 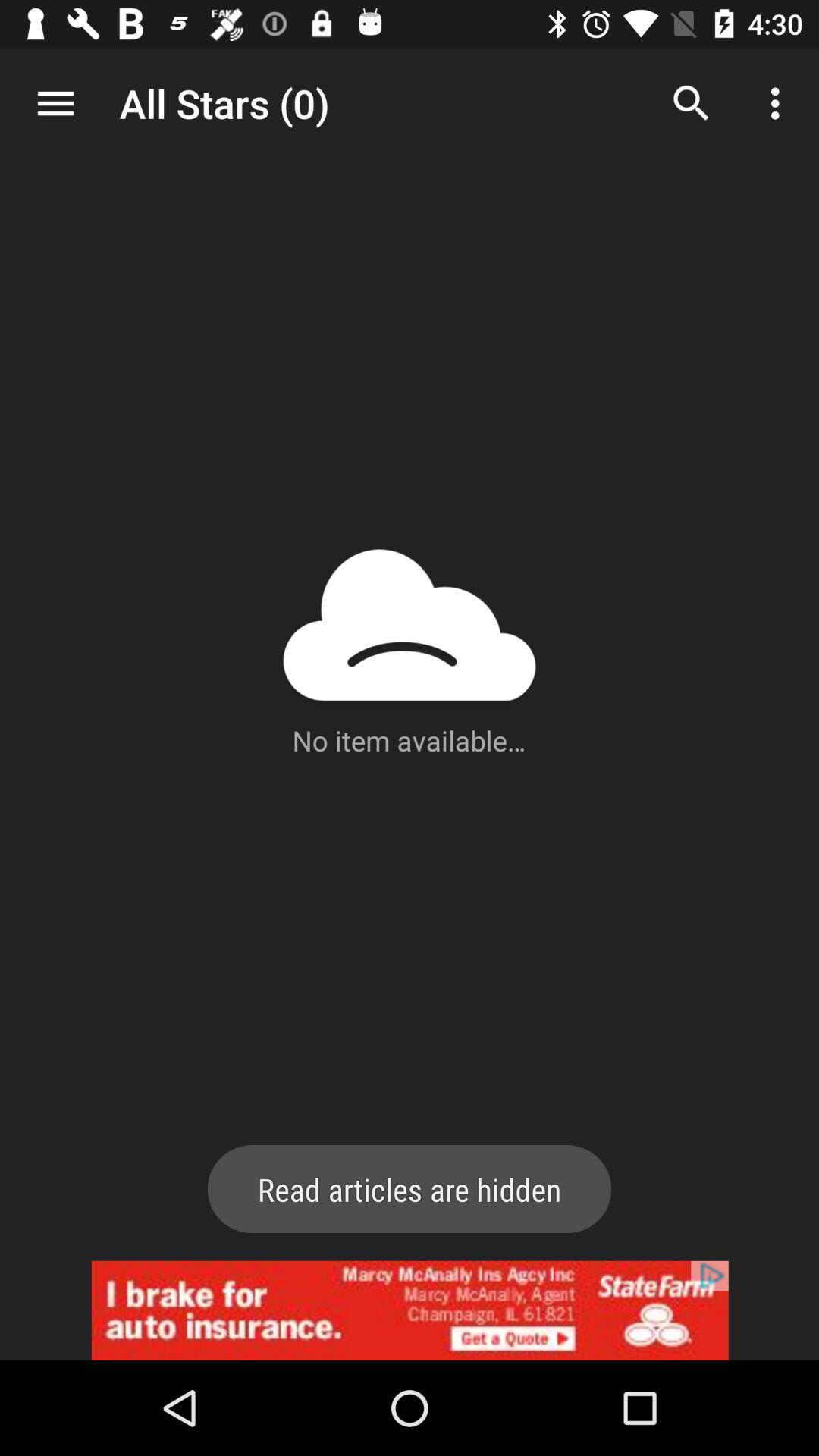 What do you see at coordinates (409, 1310) in the screenshot?
I see `advertisement banner` at bounding box center [409, 1310].